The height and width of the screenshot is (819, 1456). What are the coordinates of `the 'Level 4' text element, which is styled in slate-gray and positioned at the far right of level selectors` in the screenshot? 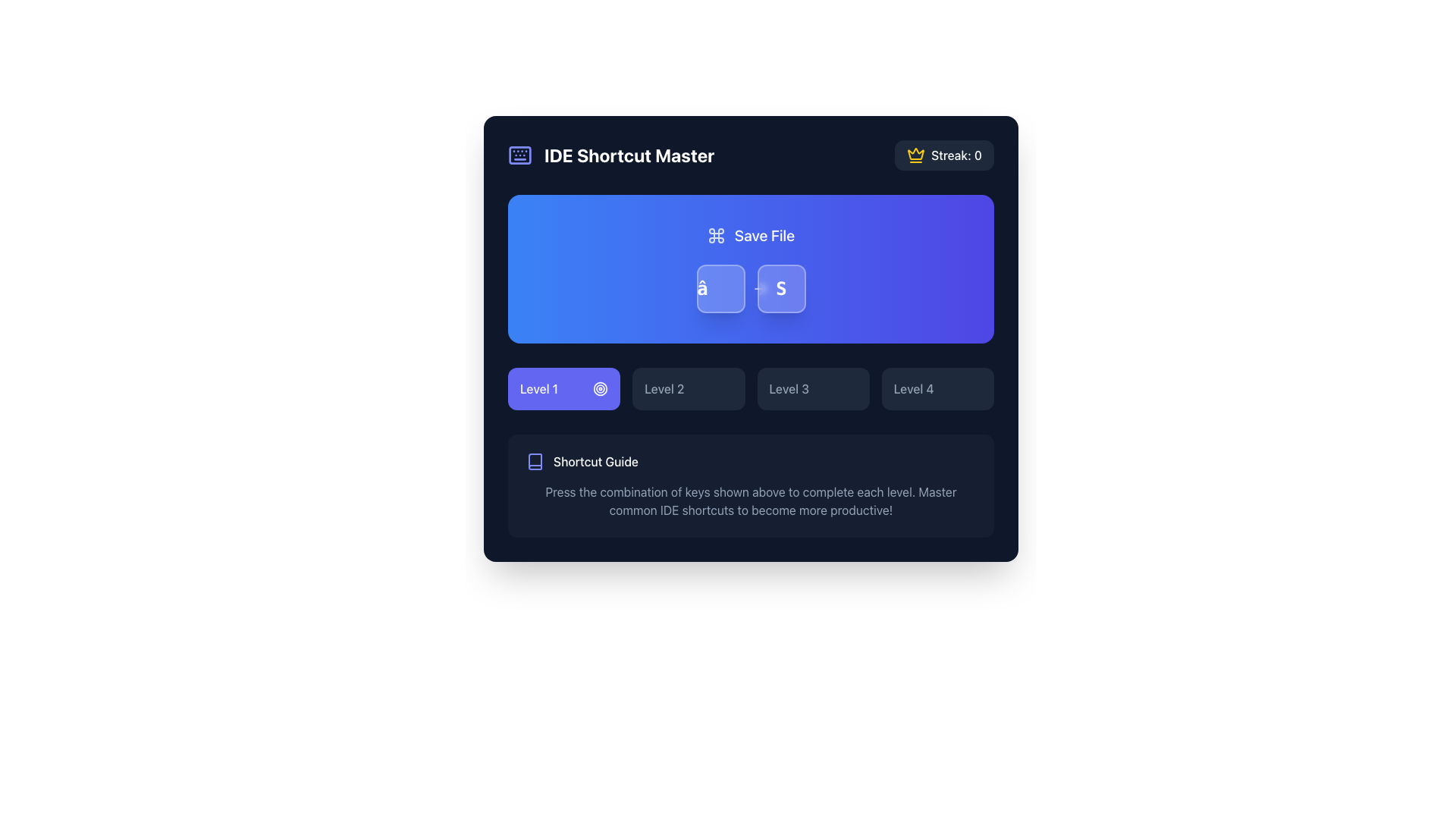 It's located at (913, 388).